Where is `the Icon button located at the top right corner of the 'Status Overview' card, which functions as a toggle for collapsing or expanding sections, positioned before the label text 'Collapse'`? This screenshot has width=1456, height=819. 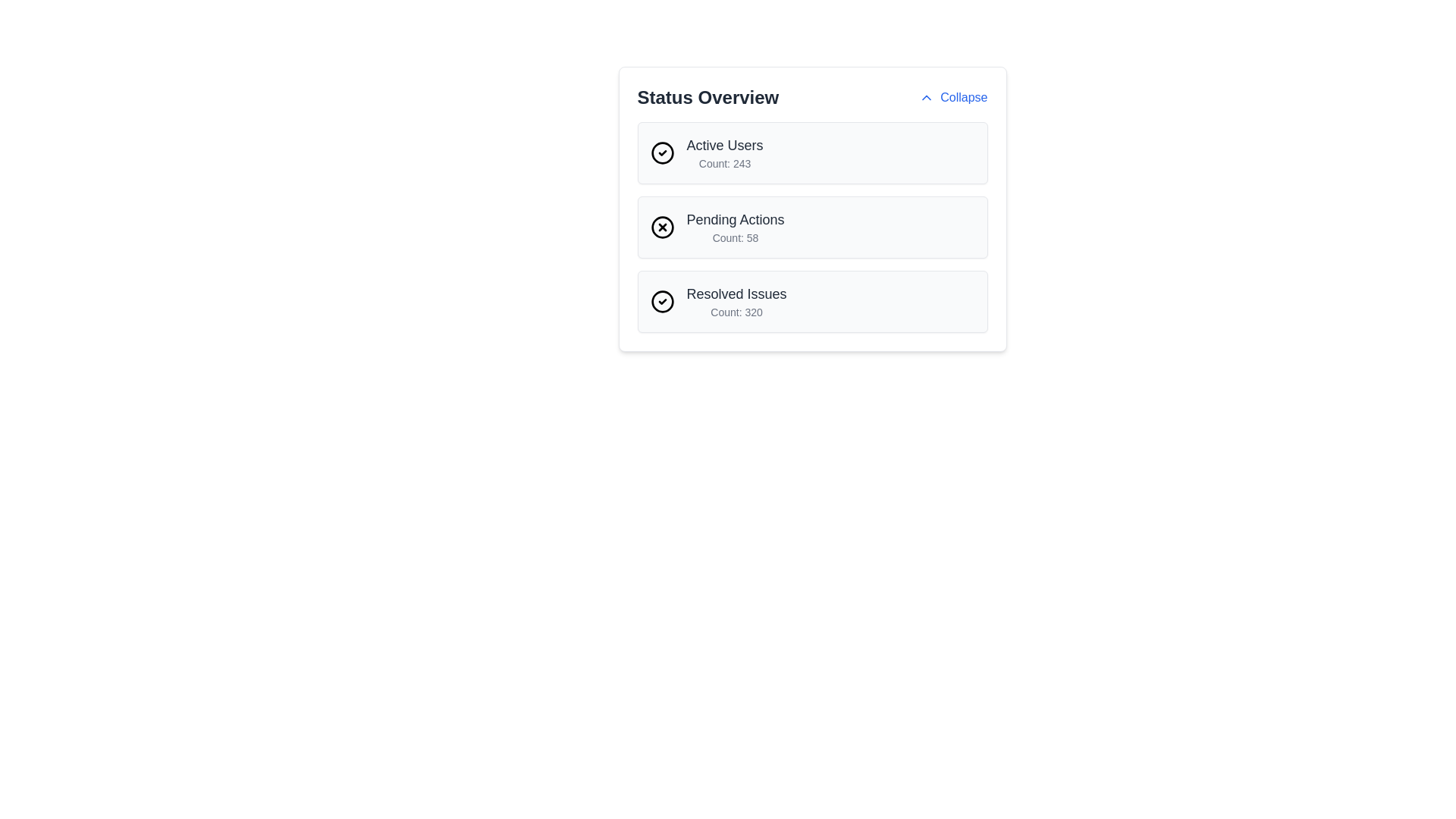
the Icon button located at the top right corner of the 'Status Overview' card, which functions as a toggle for collapsing or expanding sections, positioned before the label text 'Collapse' is located at coordinates (926, 97).